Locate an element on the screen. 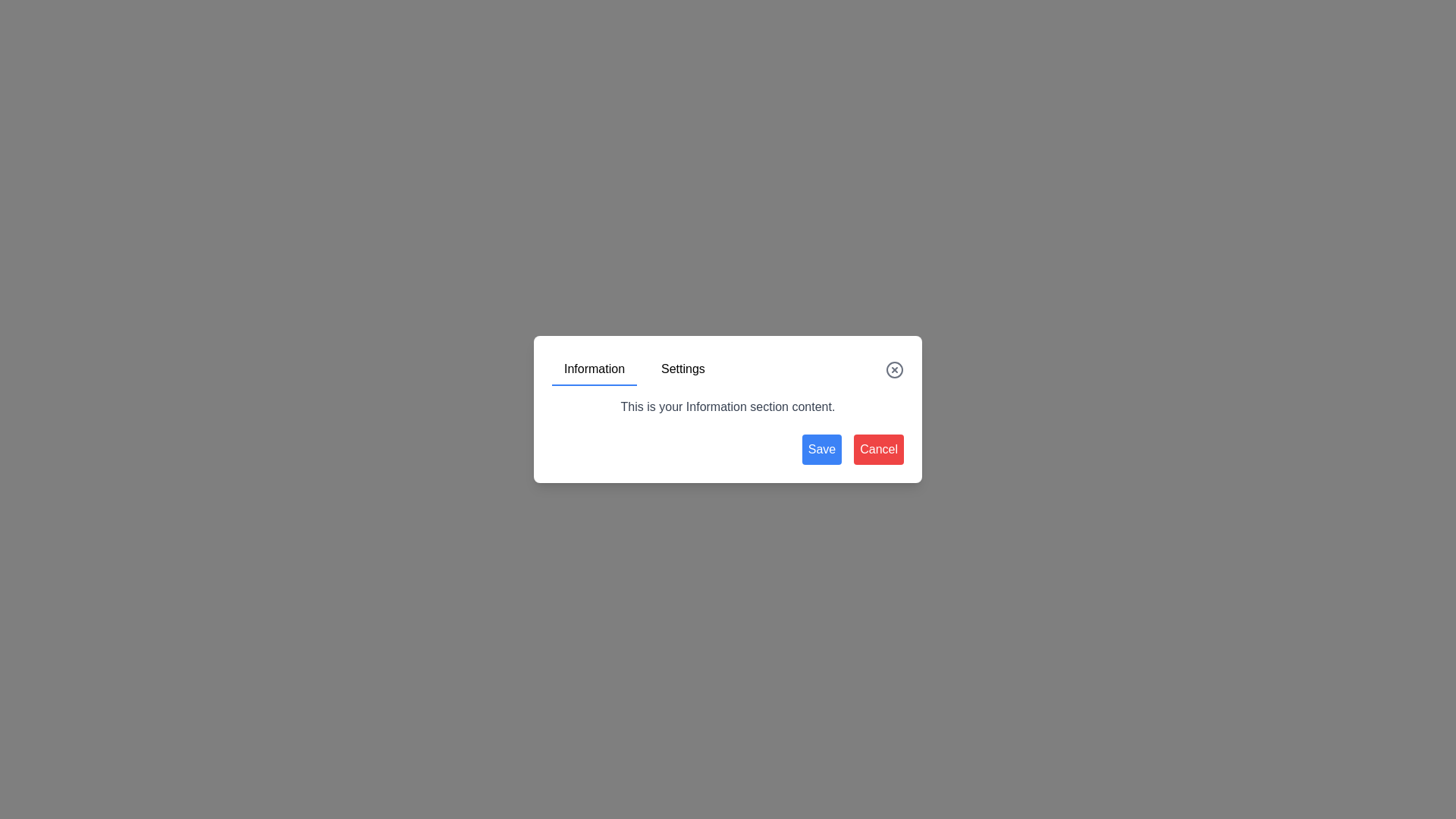  the blue 'Save' button with rounded corners located at the bottom right corner of the dialog box is located at coordinates (821, 449).